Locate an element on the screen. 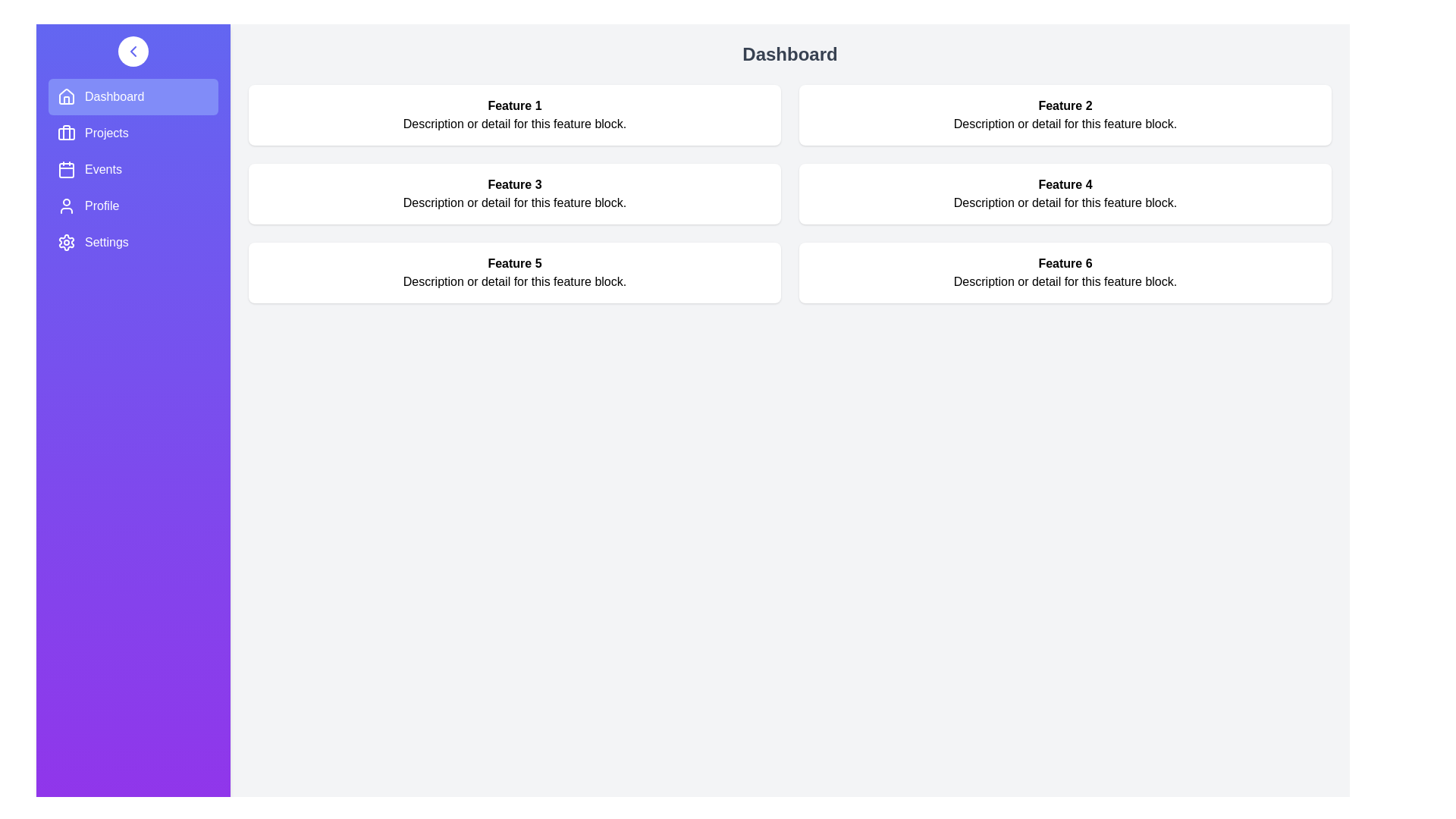 Image resolution: width=1456 pixels, height=819 pixels. the navigation menu item Projects is located at coordinates (133, 133).